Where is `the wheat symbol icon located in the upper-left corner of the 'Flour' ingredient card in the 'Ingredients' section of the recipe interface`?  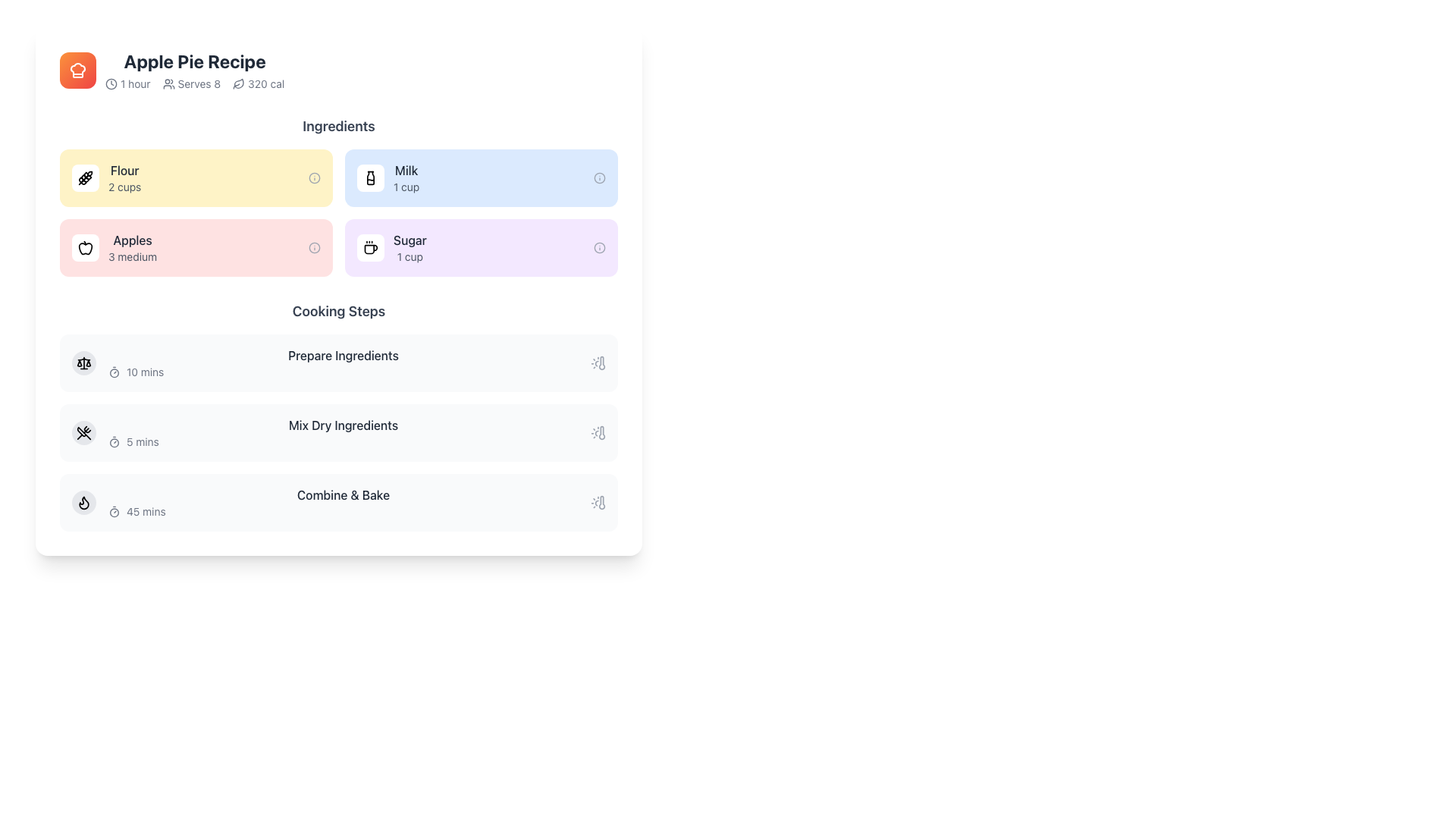 the wheat symbol icon located in the upper-left corner of the 'Flour' ingredient card in the 'Ingredients' section of the recipe interface is located at coordinates (85, 177).